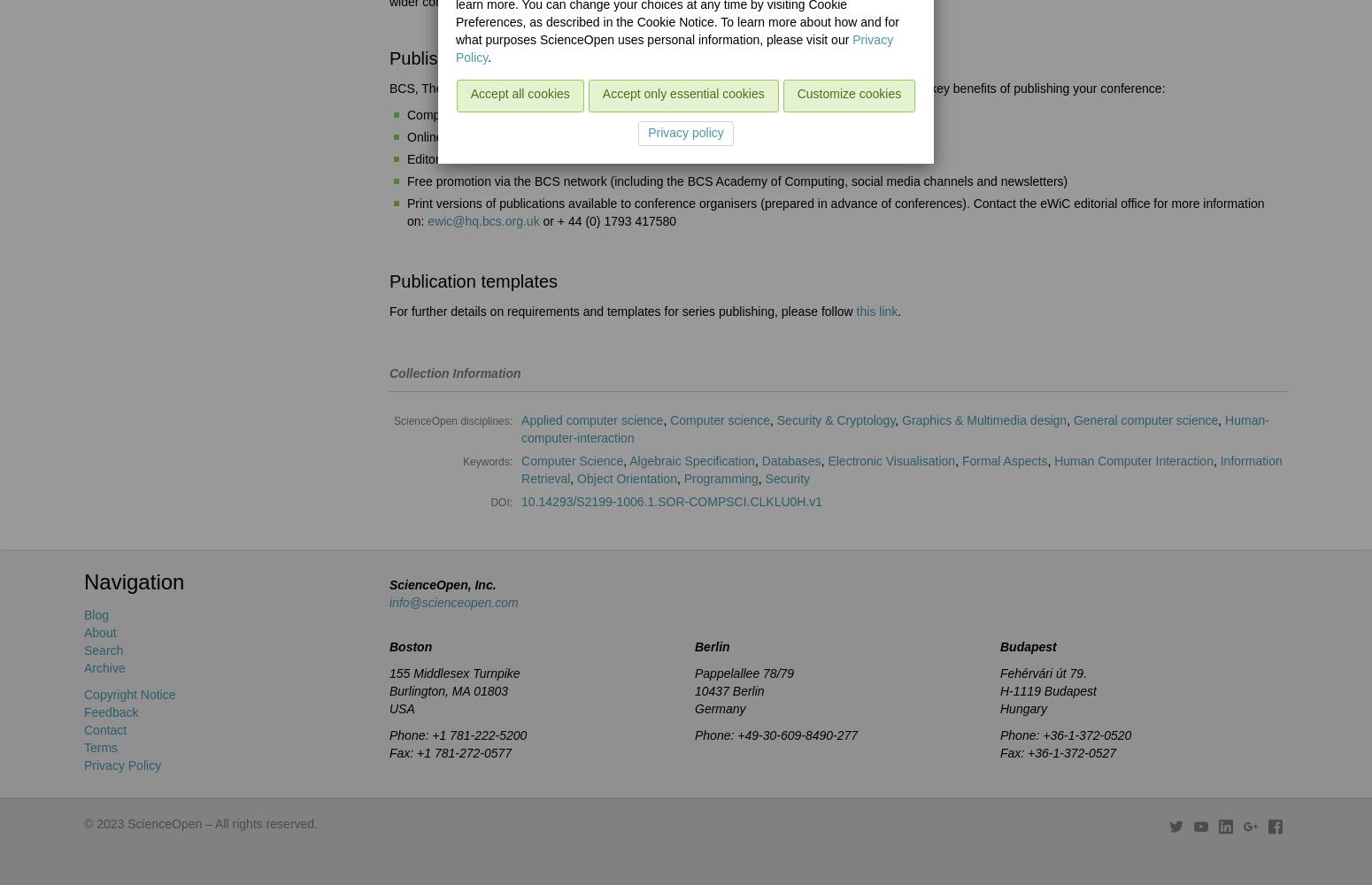  Describe the element at coordinates (627, 479) in the screenshot. I see `'Object Orientation'` at that location.